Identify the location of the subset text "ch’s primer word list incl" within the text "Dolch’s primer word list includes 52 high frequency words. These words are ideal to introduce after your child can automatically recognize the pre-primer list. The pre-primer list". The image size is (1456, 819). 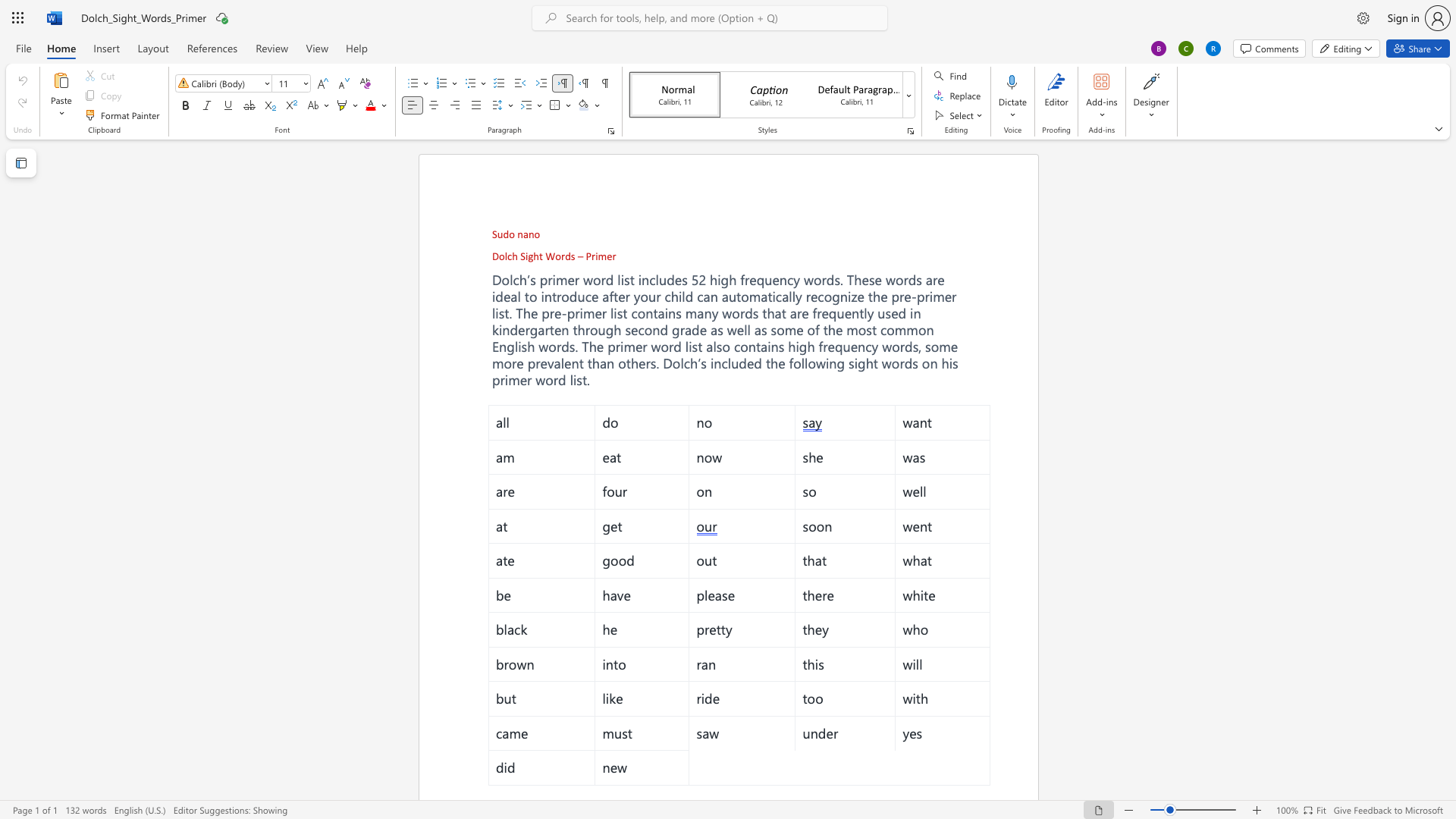
(513, 280).